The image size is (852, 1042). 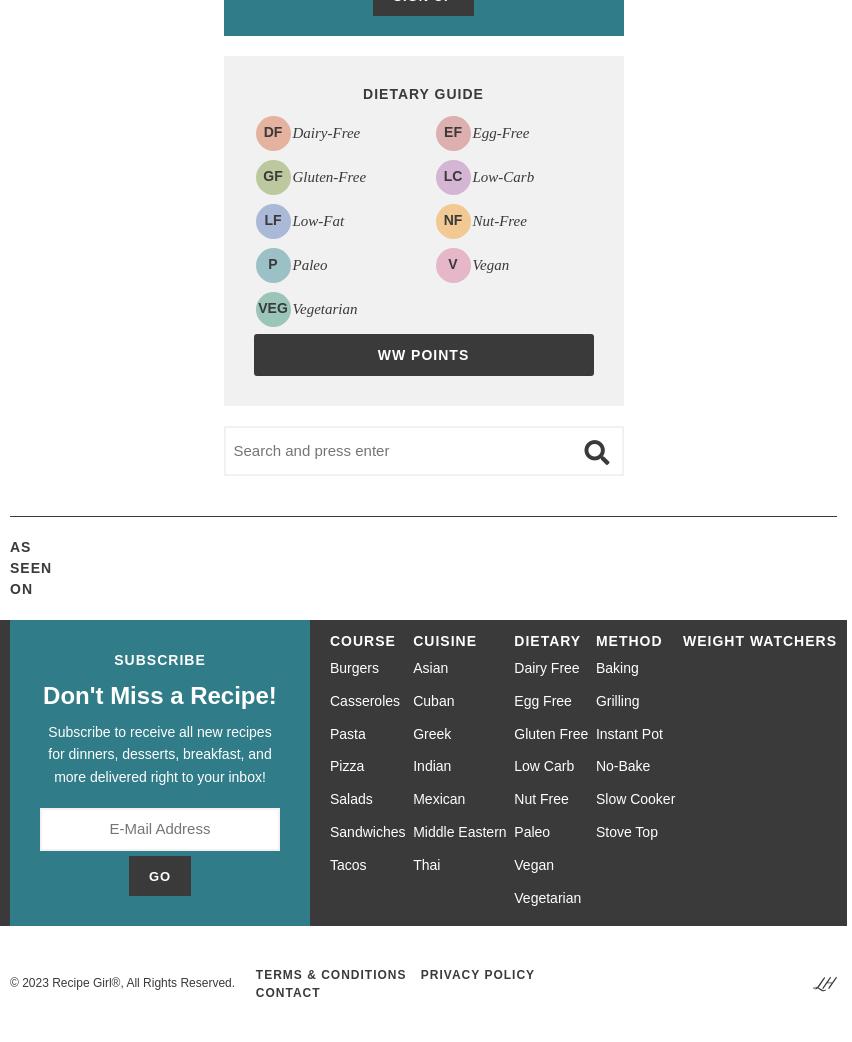 I want to click on 'V', so click(x=451, y=263).